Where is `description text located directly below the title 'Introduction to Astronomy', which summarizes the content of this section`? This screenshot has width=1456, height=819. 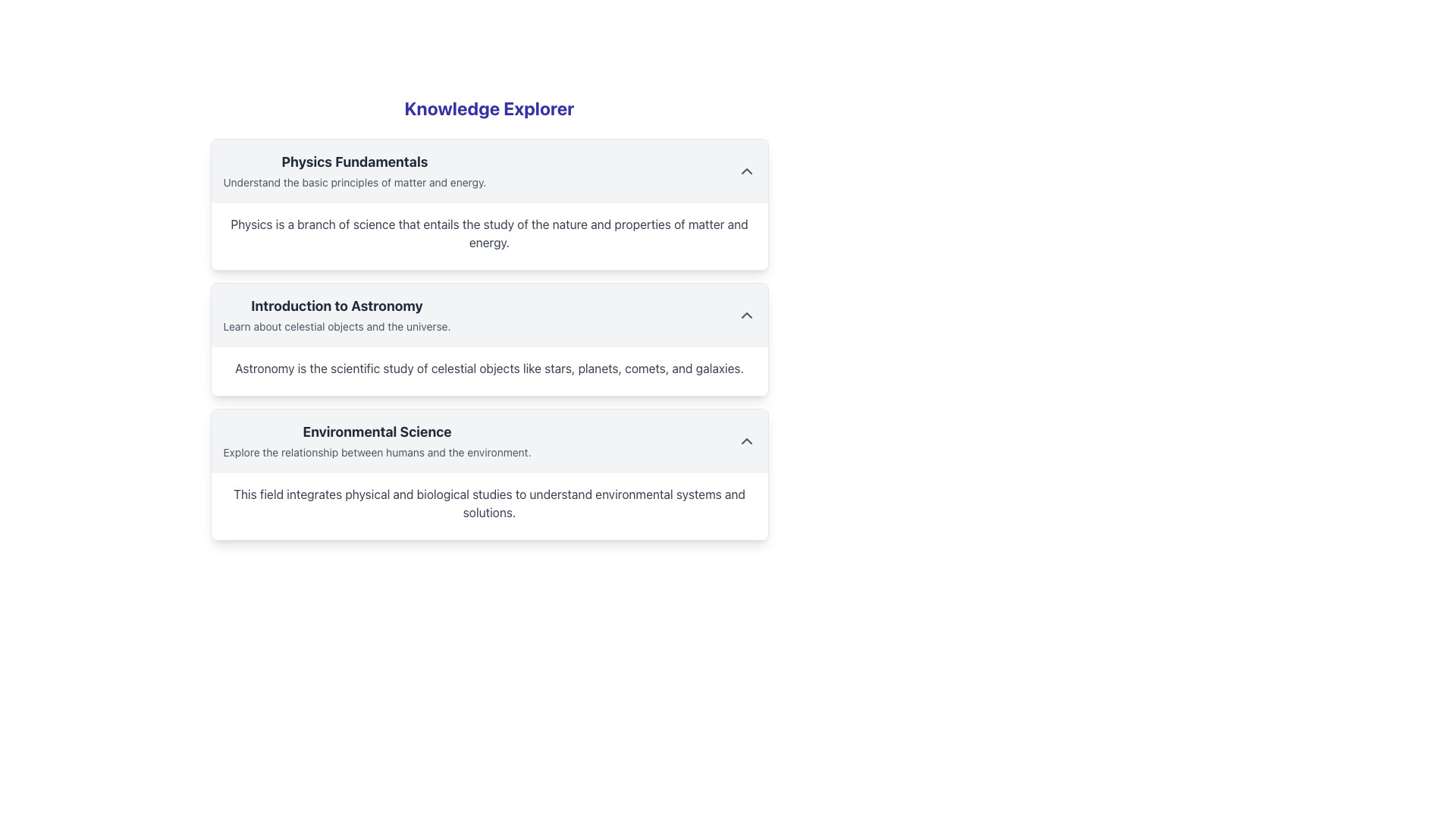 description text located directly below the title 'Introduction to Astronomy', which summarizes the content of this section is located at coordinates (336, 325).